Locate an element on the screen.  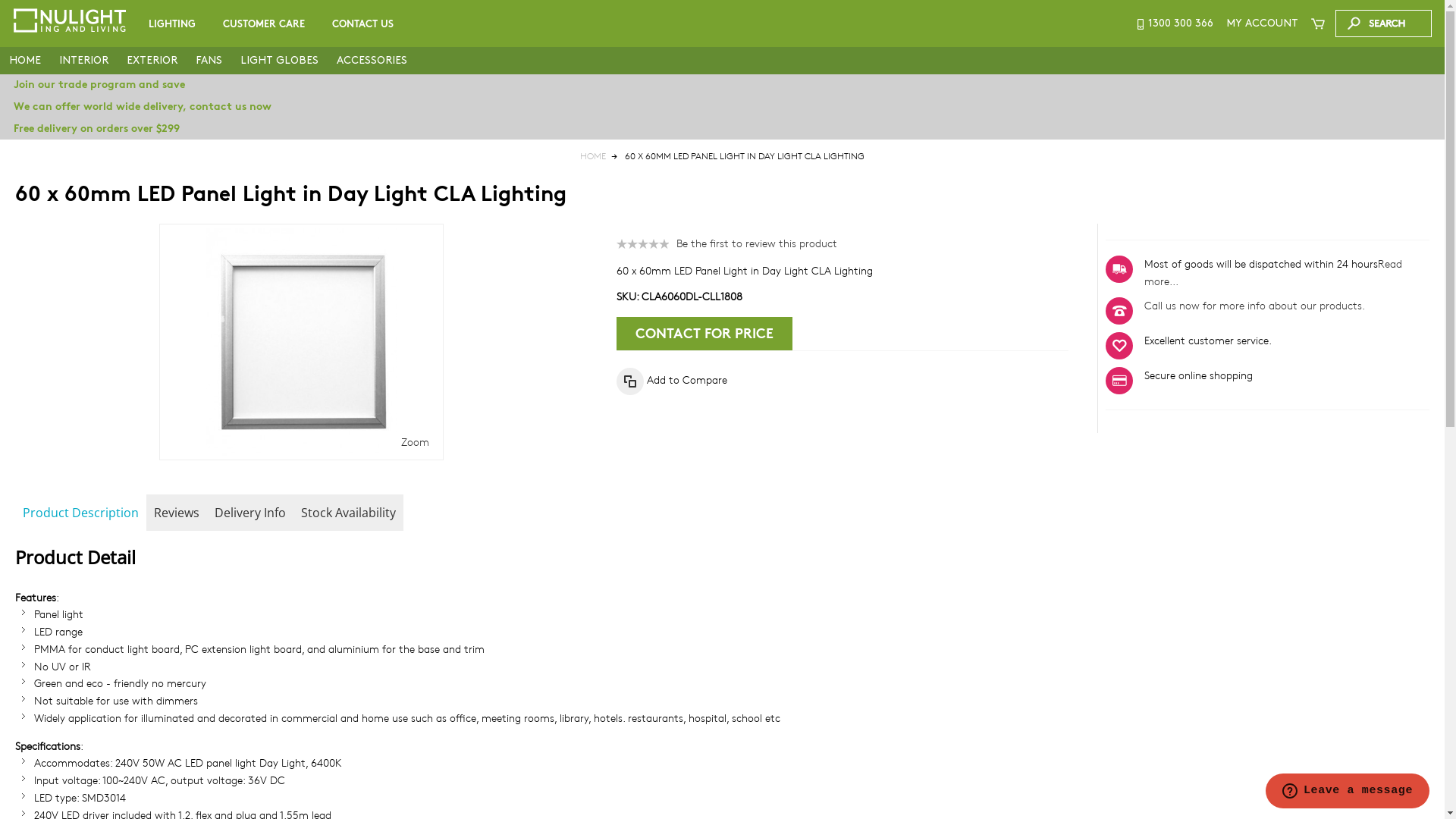
'For support, call us on is located at coordinates (1173, 23).